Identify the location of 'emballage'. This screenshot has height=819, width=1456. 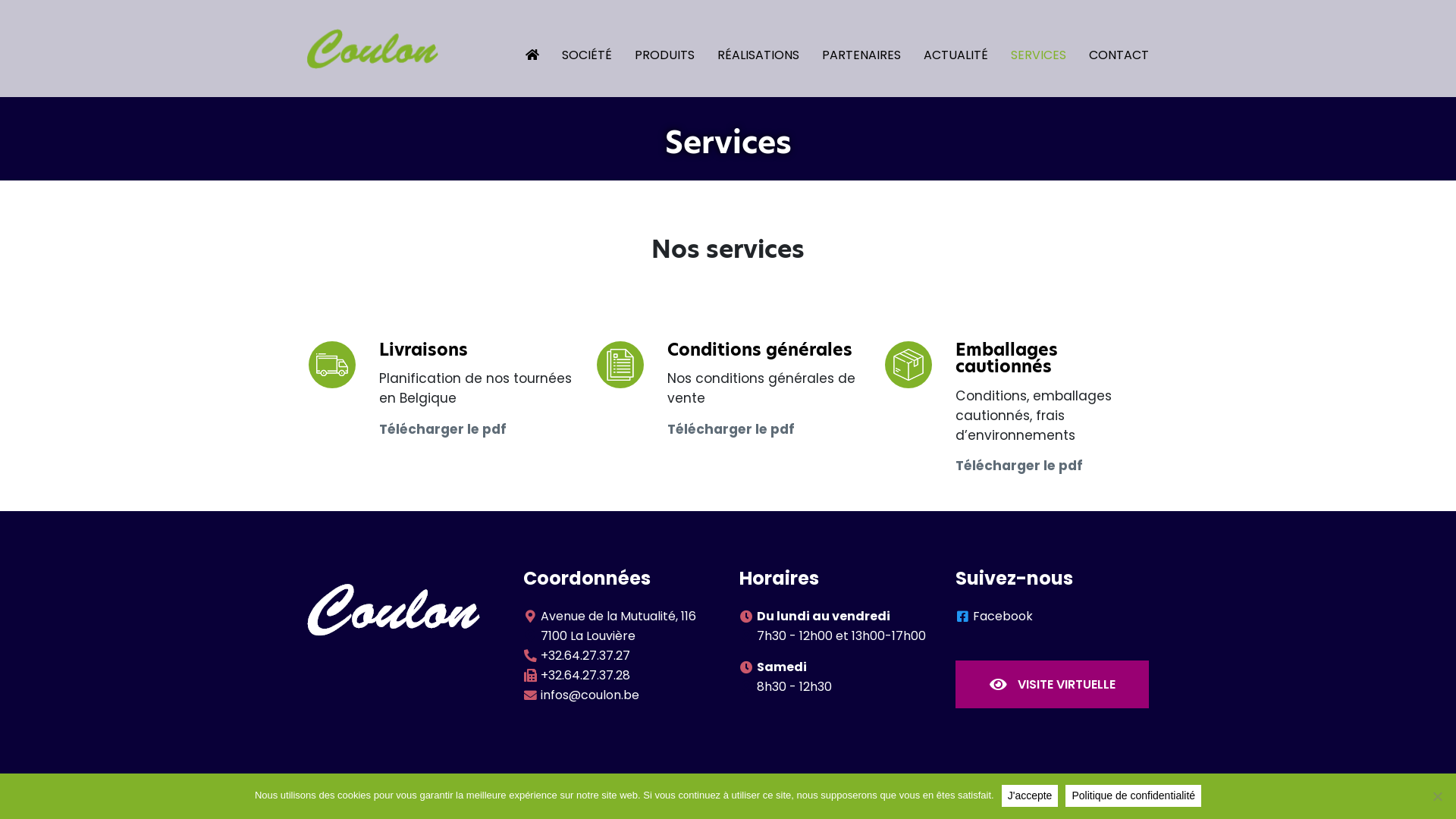
(907, 365).